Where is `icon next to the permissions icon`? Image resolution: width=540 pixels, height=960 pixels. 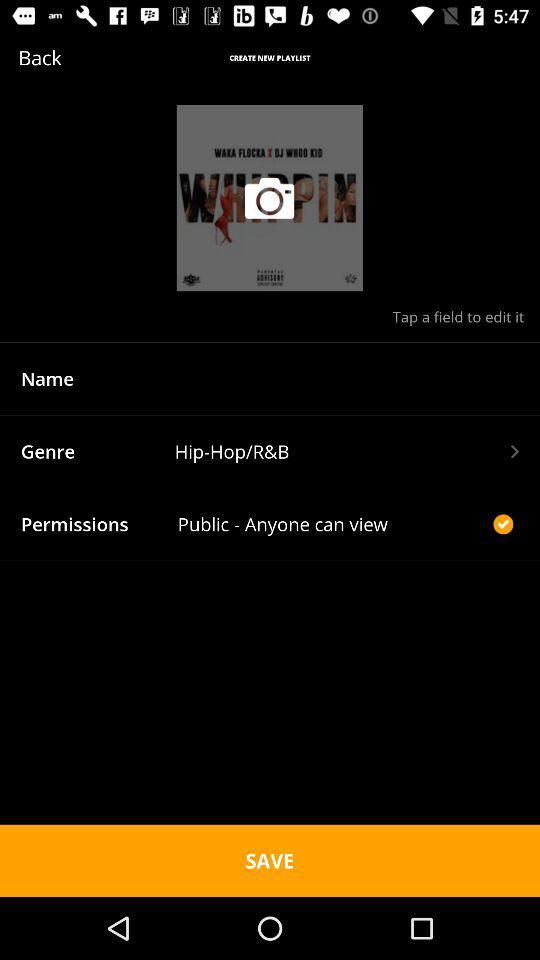
icon next to the permissions icon is located at coordinates (332, 523).